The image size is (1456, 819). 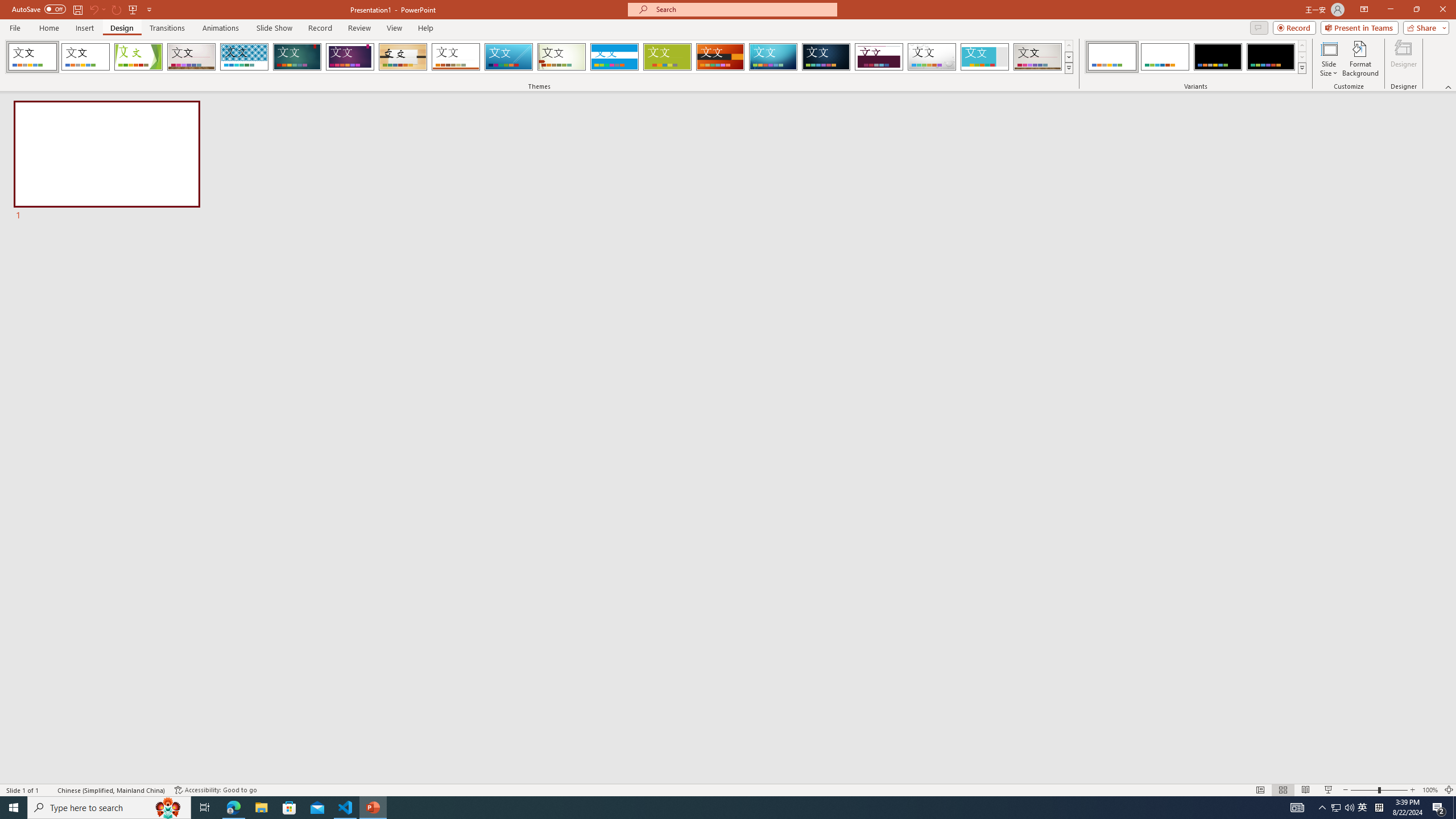 What do you see at coordinates (1430, 790) in the screenshot?
I see `'Zoom 100%'` at bounding box center [1430, 790].